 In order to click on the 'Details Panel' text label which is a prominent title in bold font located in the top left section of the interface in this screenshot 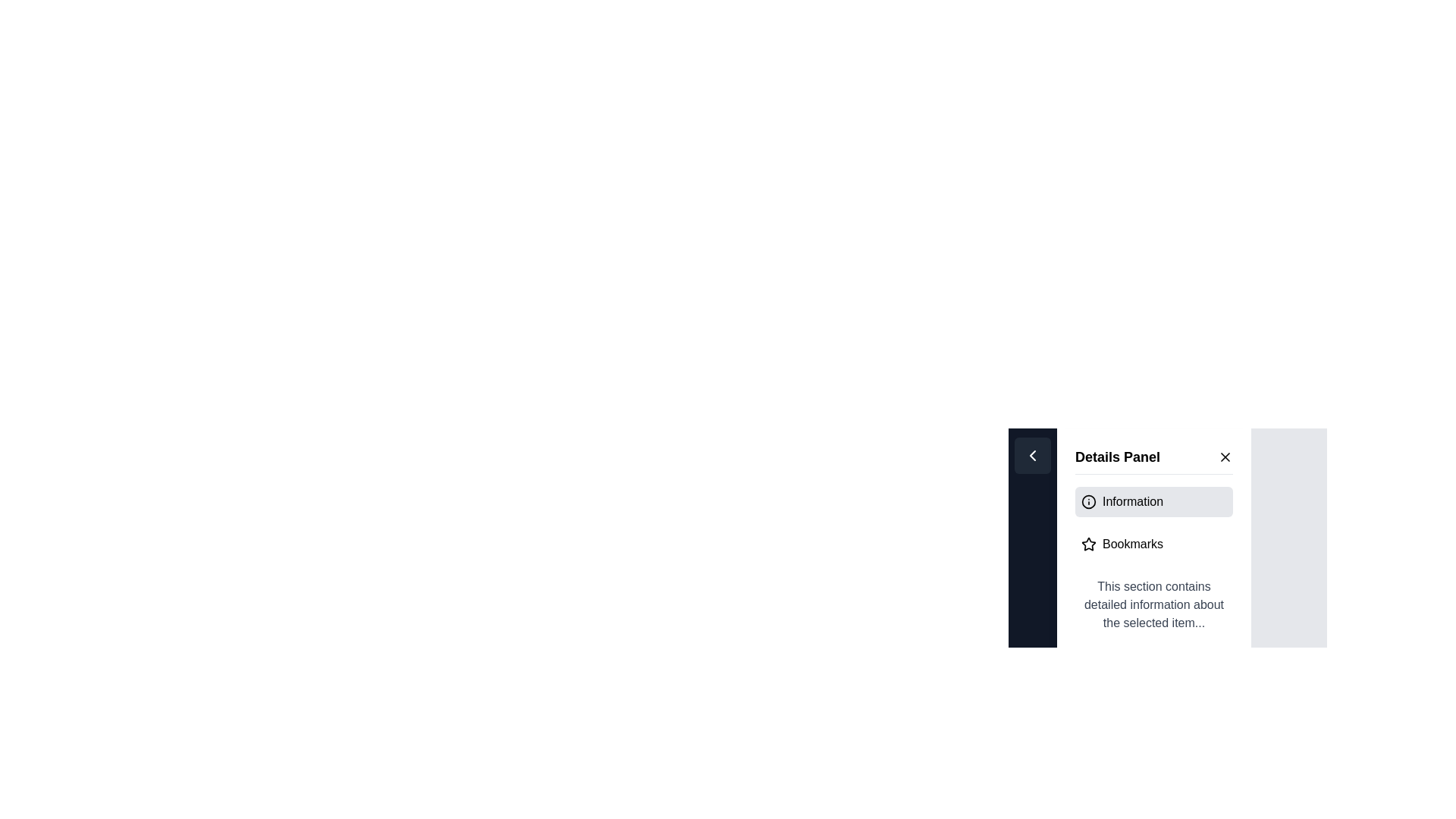, I will do `click(1117, 456)`.